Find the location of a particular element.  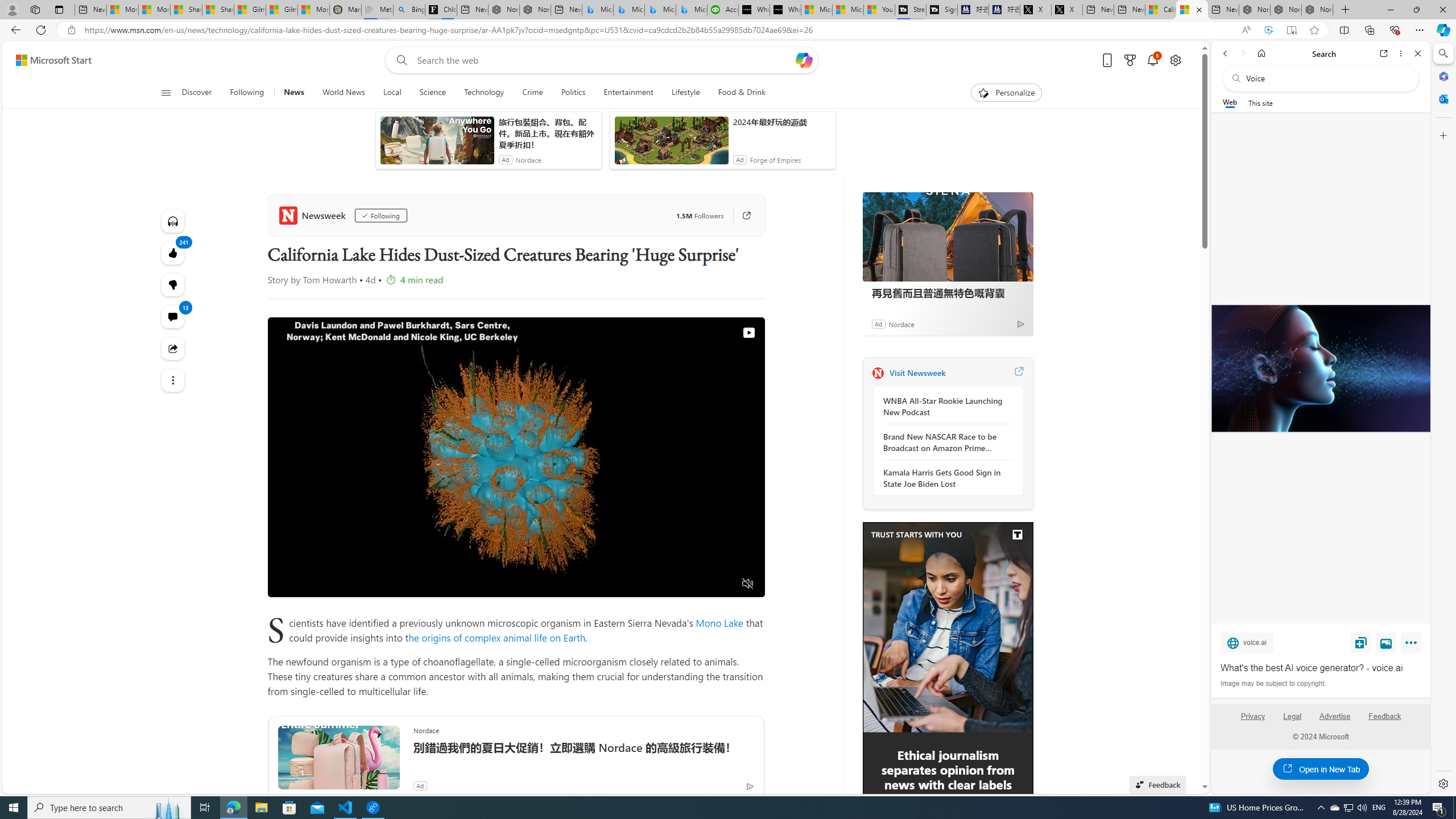

'Nordace - Best Sellers' is located at coordinates (1254, 9).